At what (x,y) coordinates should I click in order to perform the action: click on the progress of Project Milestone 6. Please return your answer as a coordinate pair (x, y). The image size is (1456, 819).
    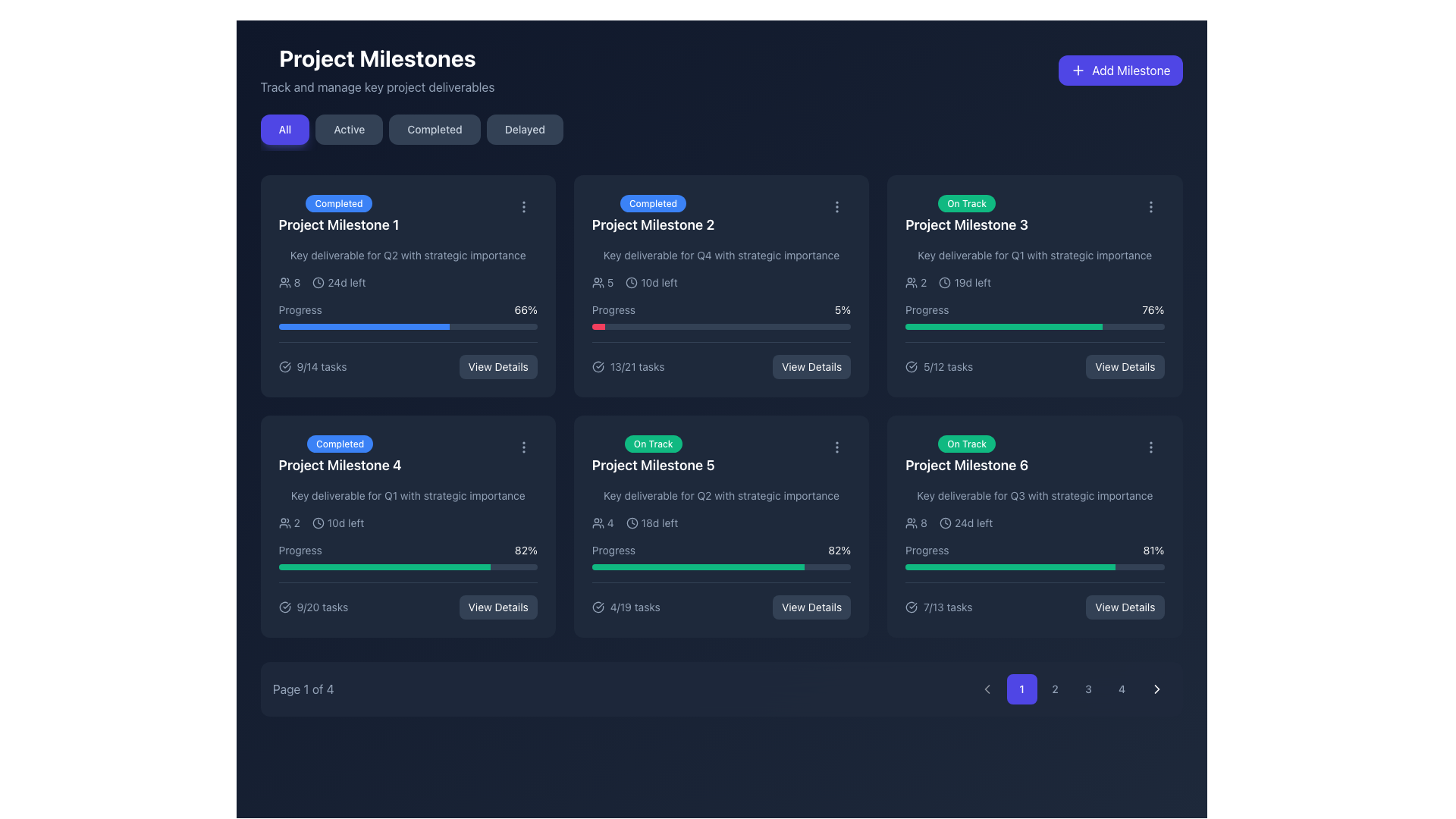
    Looking at the image, I should click on (1059, 567).